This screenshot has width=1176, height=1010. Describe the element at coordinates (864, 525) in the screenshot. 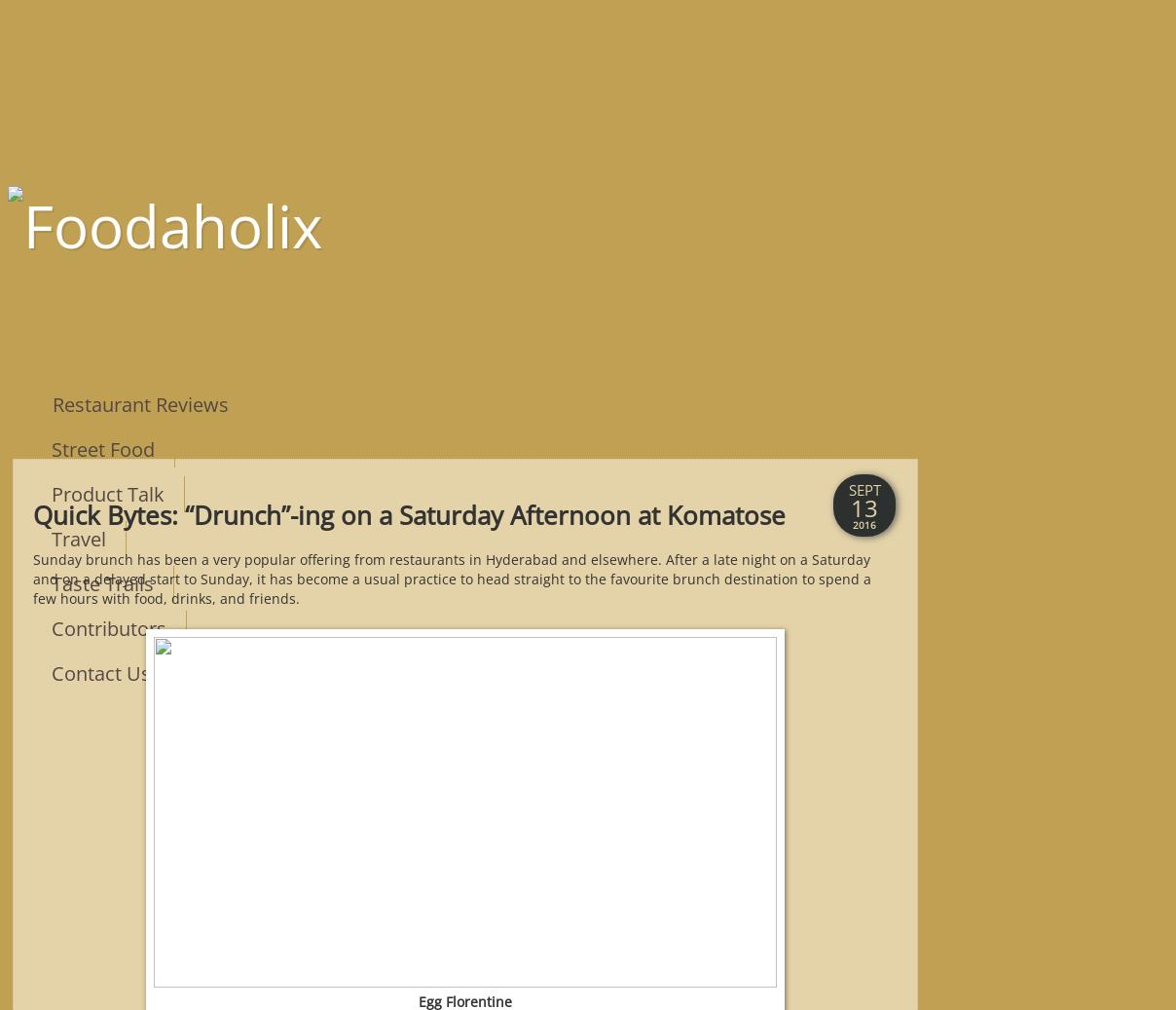

I see `'2016'` at that location.